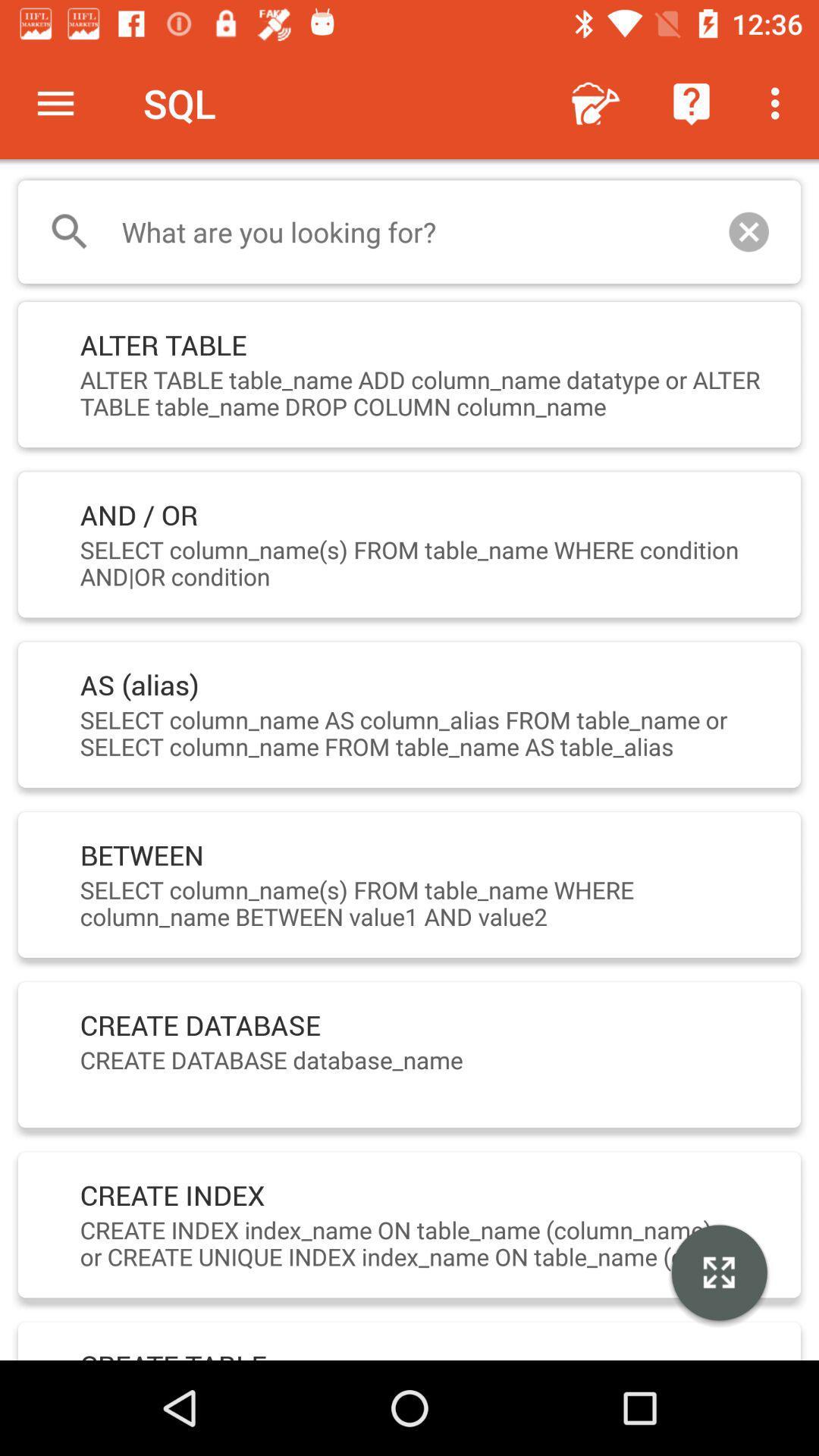  I want to click on item to the left of the sql icon, so click(55, 102).